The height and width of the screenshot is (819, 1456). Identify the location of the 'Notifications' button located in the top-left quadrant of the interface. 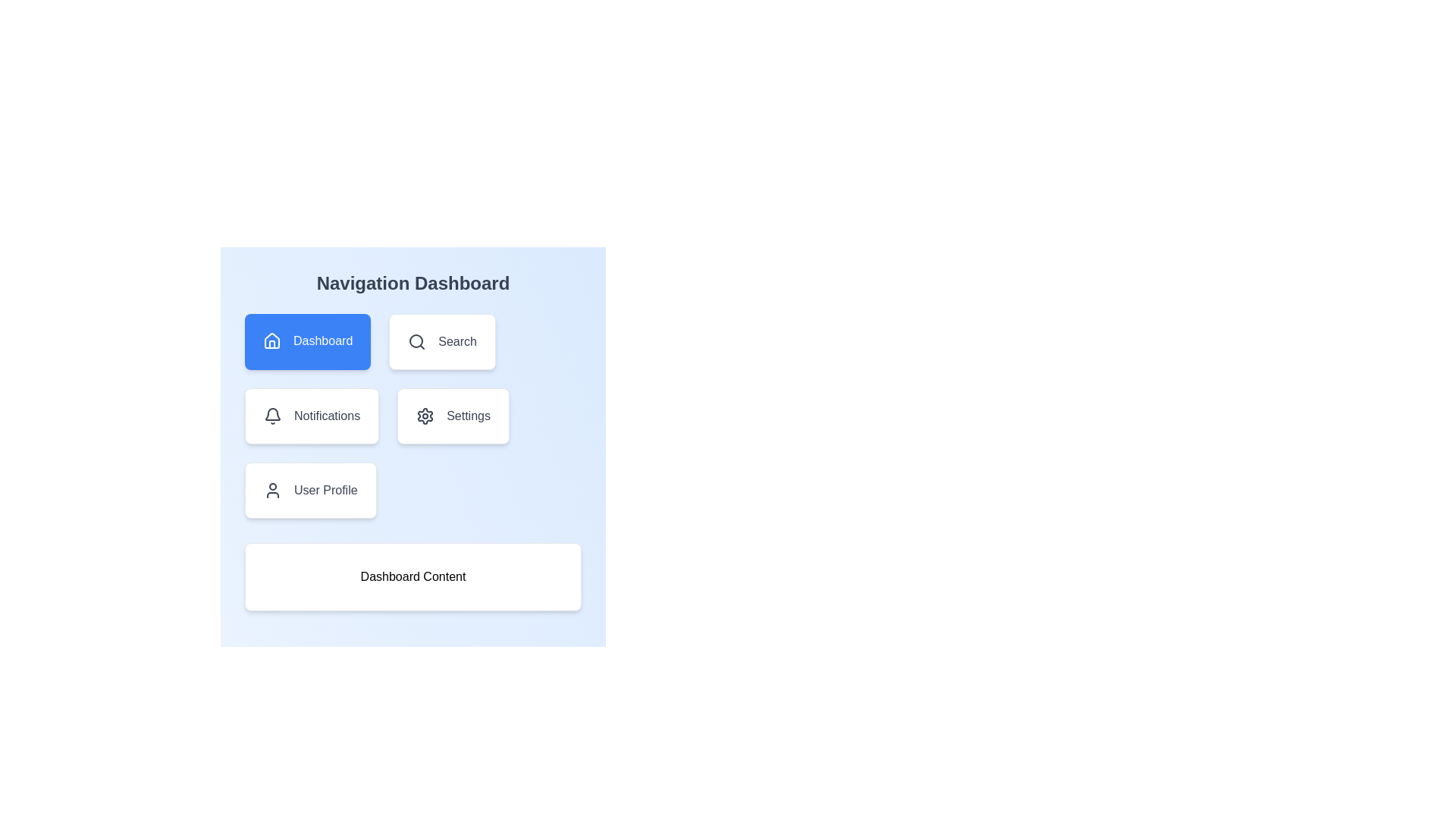
(311, 416).